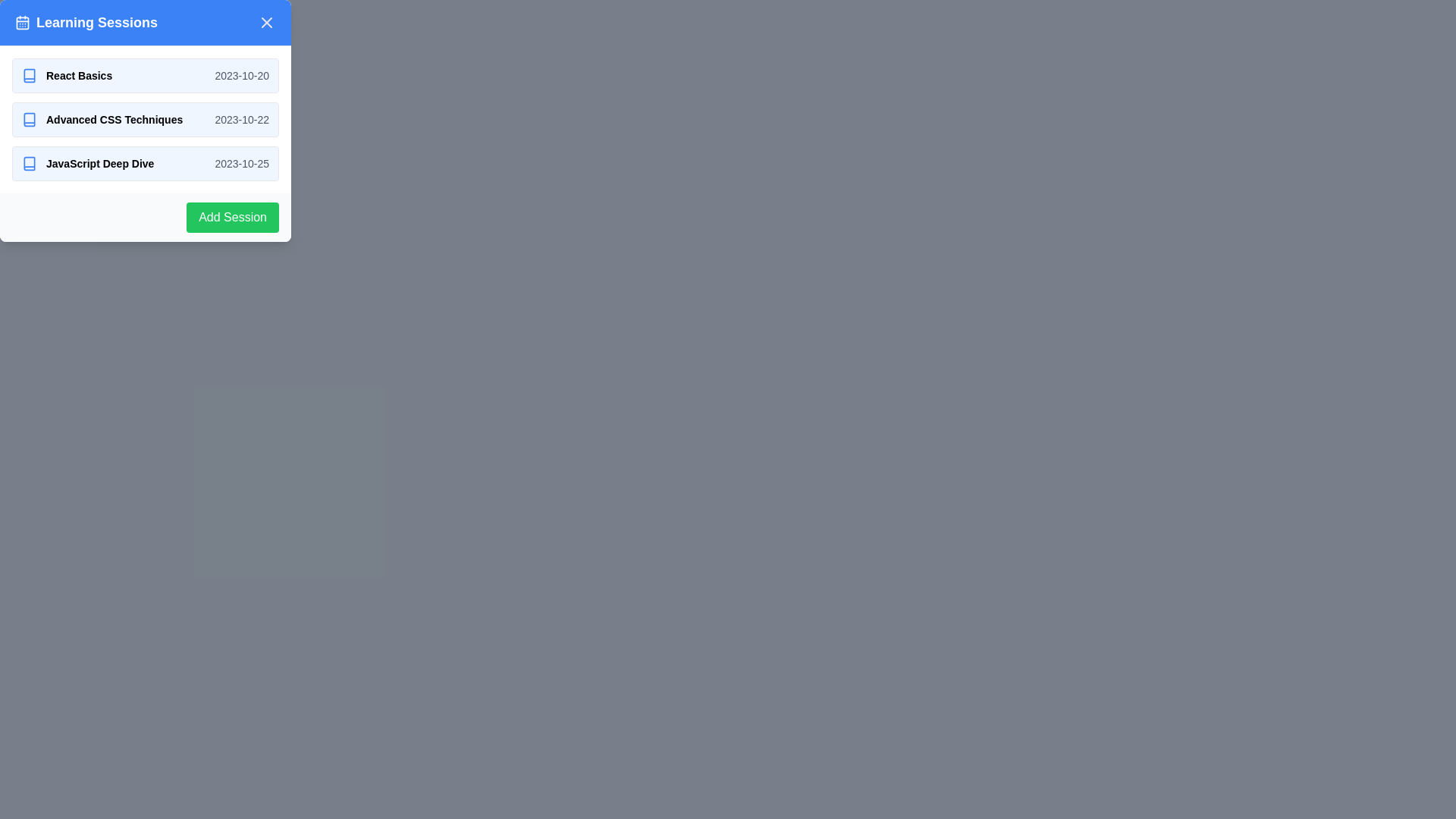 This screenshot has height=819, width=1456. Describe the element at coordinates (22, 23) in the screenshot. I see `the rounded rectangle element located within the calendar icon, characterized by gray borders and a slight internal shadow effect` at that location.